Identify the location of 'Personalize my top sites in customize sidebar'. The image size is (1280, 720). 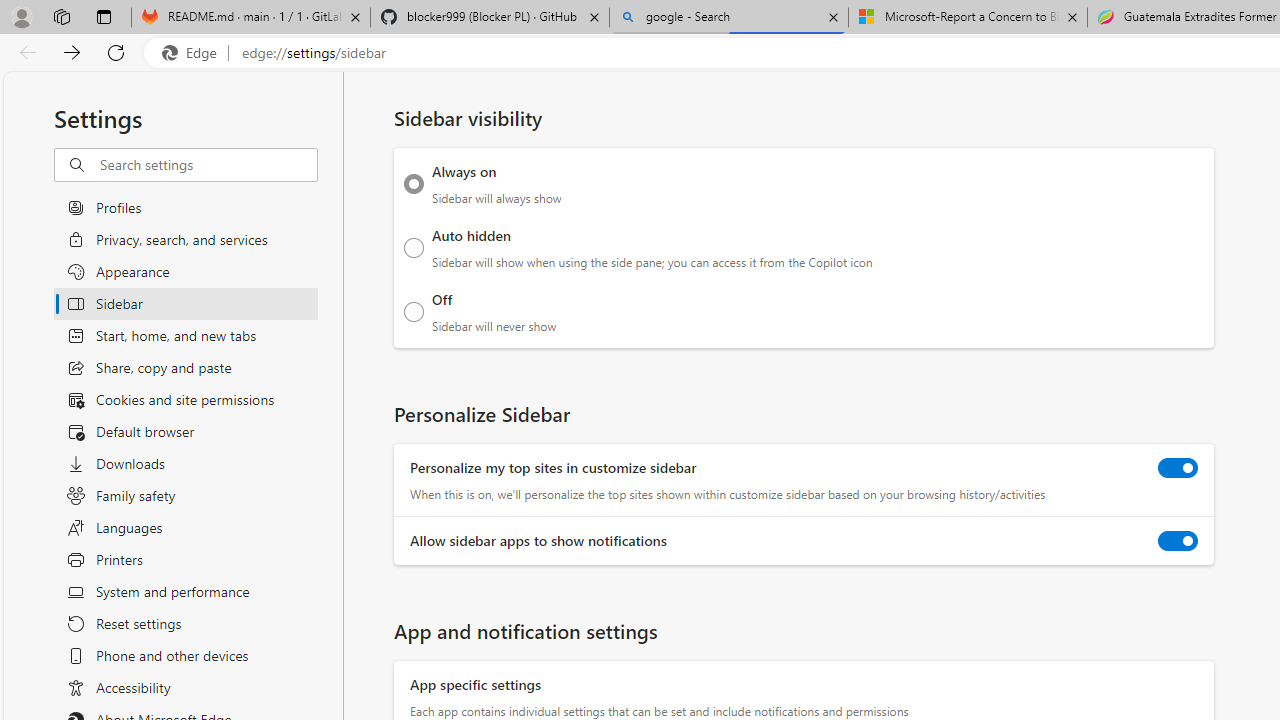
(1178, 468).